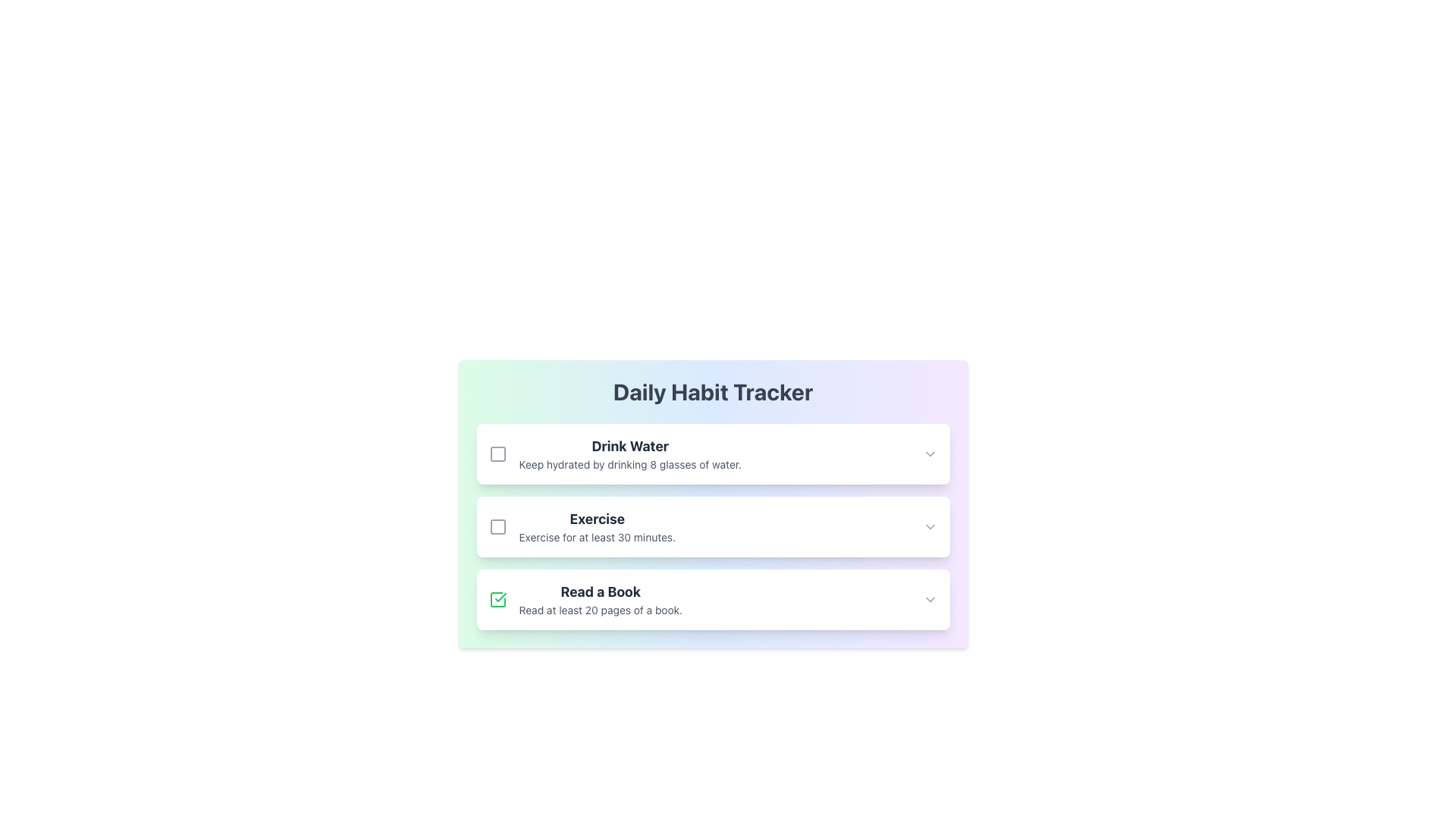 This screenshot has height=819, width=1456. Describe the element at coordinates (581, 526) in the screenshot. I see `the List Item with a Checkbox that contains the text 'Exercise' in bold and the checkbox icon to the left` at that location.